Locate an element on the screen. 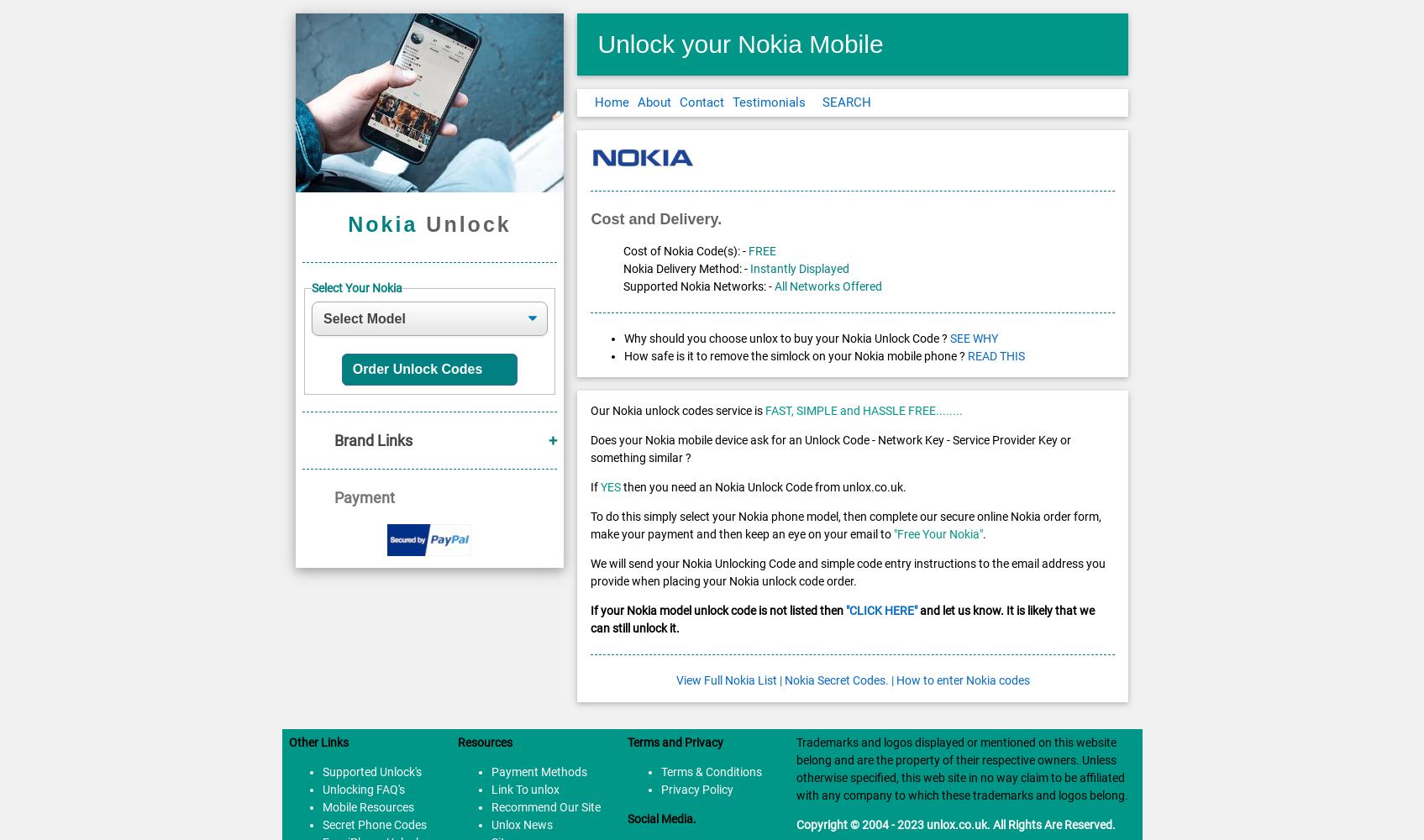  'Terms and Privacy' is located at coordinates (674, 742).